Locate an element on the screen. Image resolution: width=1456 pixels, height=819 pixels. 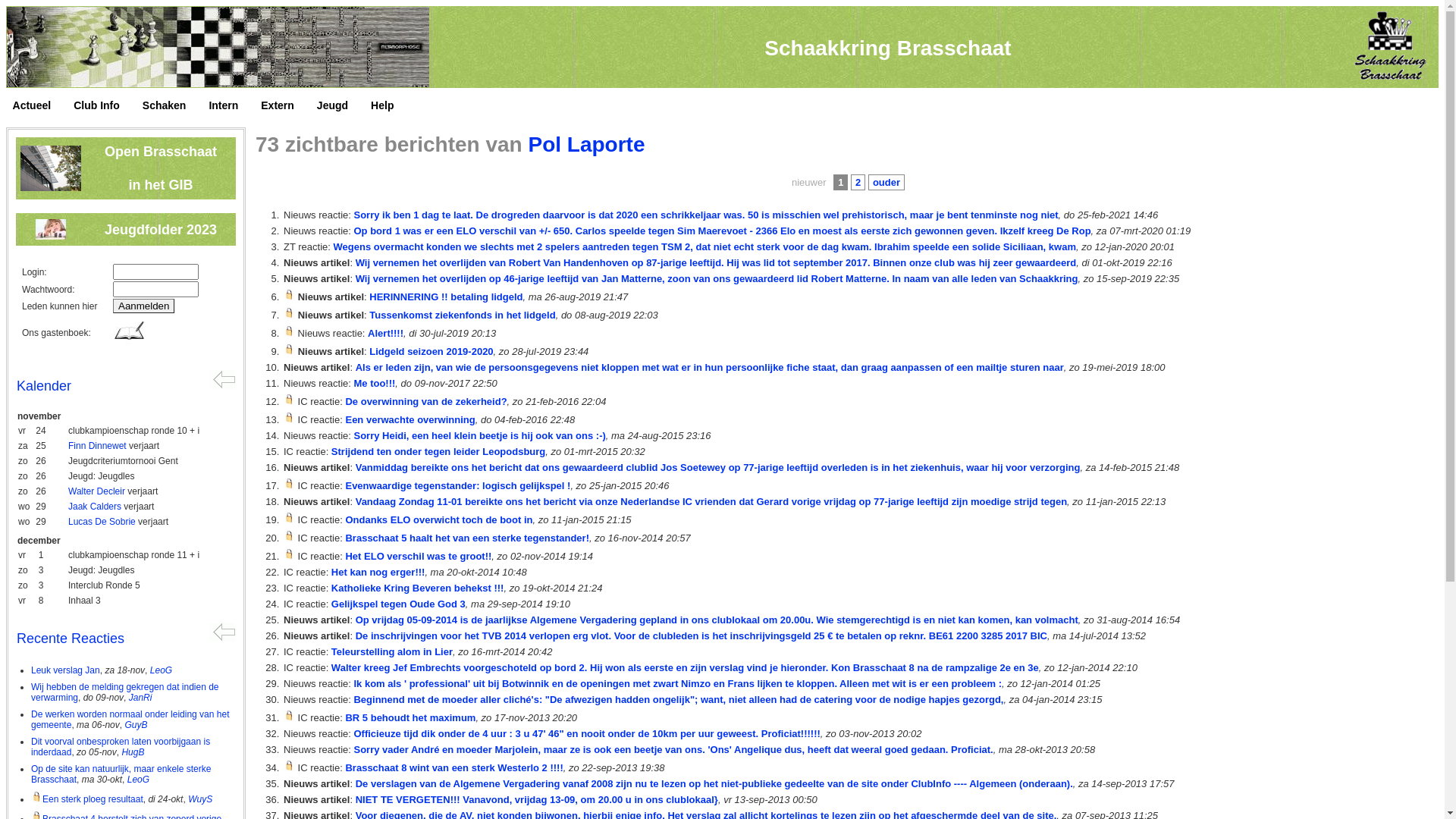
'Het kan nog erger!!!' is located at coordinates (378, 572).